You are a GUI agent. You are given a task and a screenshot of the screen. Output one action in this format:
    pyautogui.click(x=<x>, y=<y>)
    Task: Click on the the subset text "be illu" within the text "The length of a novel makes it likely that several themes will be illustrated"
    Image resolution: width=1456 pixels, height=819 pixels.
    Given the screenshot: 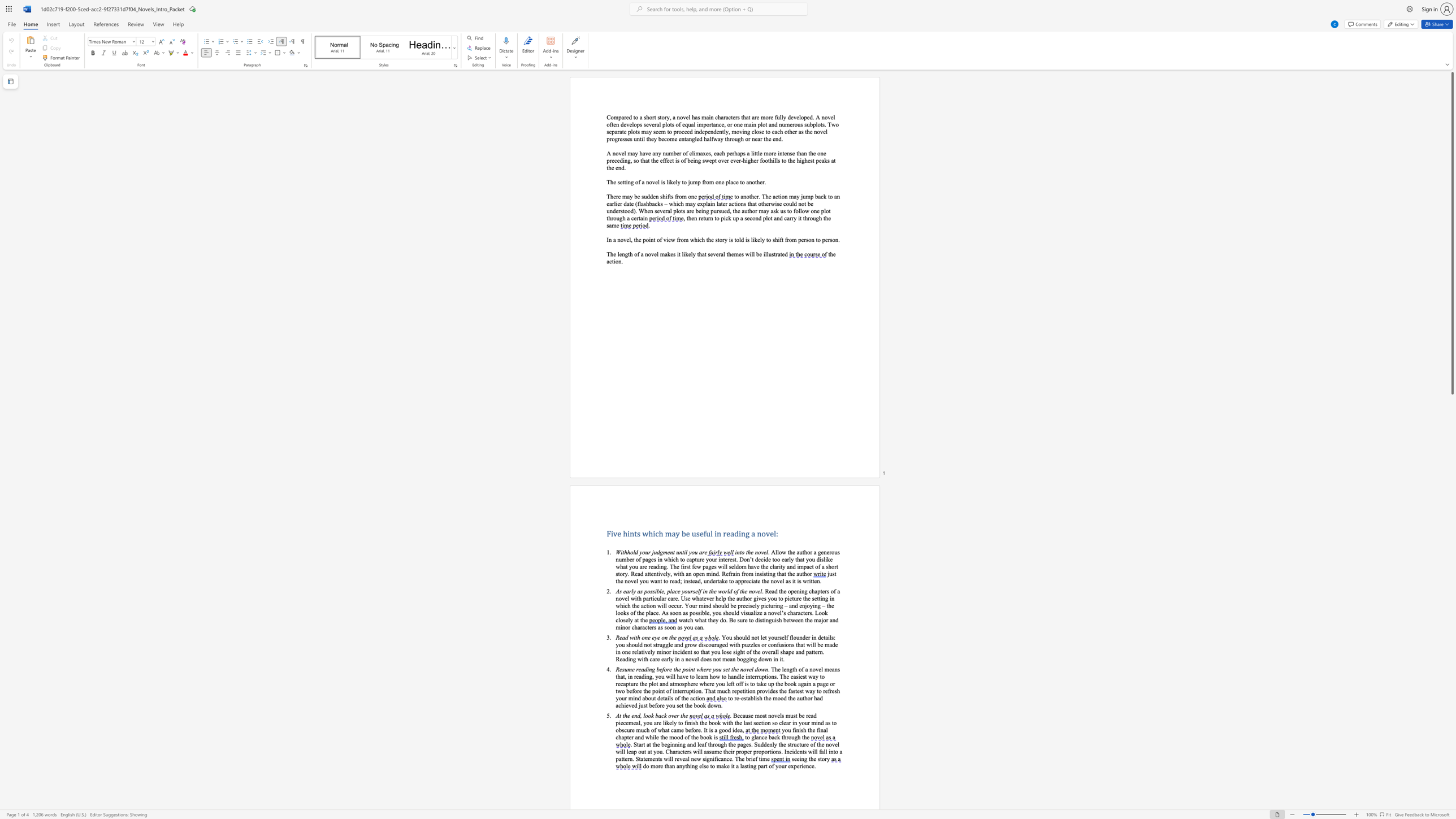 What is the action you would take?
    pyautogui.click(x=756, y=254)
    